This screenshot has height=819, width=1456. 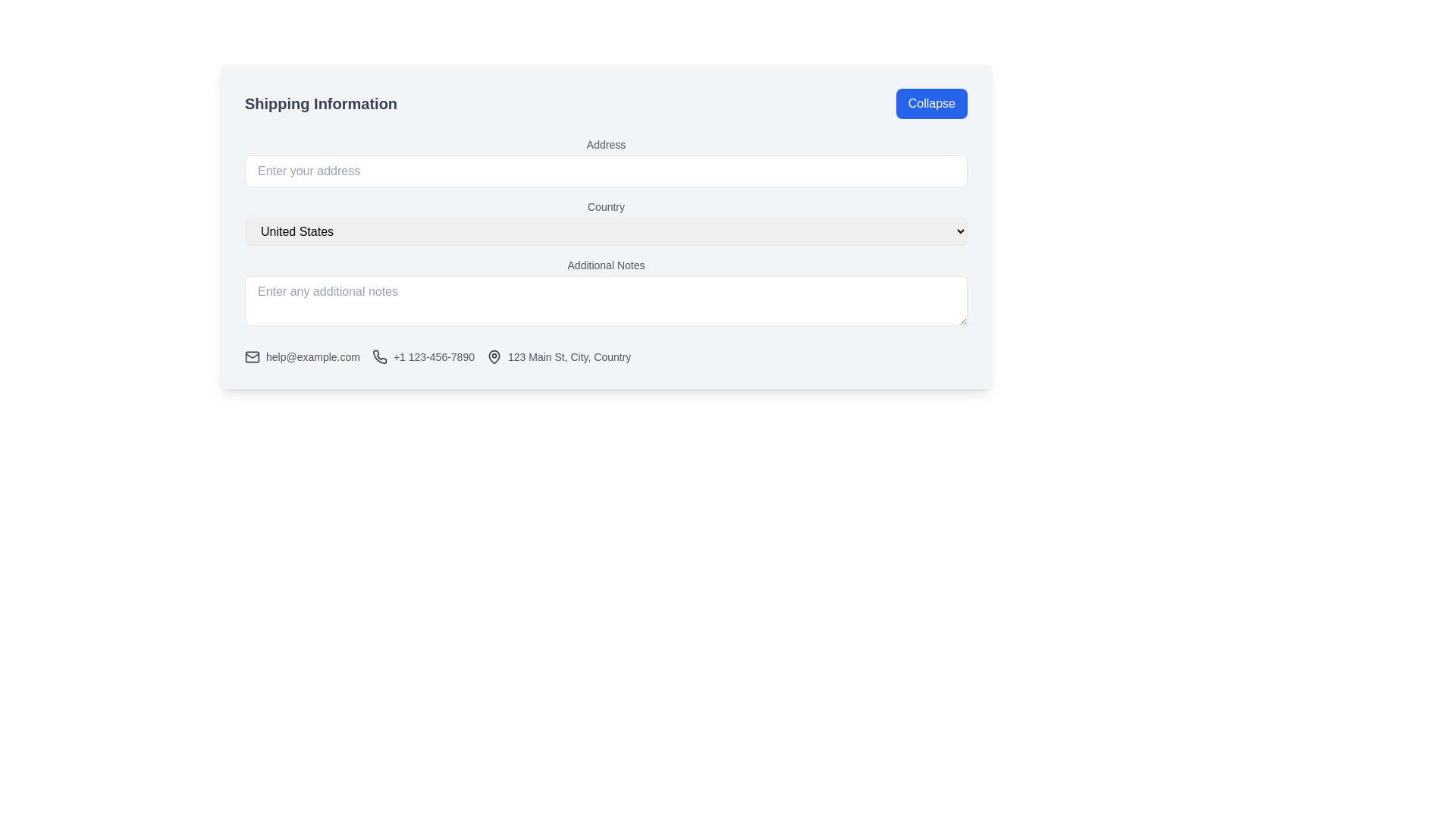 I want to click on the telephone icon located at the bottom of the 'Shipping Information' section, which is the first icon to the left of the '+1 123-456-7890' text, so click(x=379, y=356).